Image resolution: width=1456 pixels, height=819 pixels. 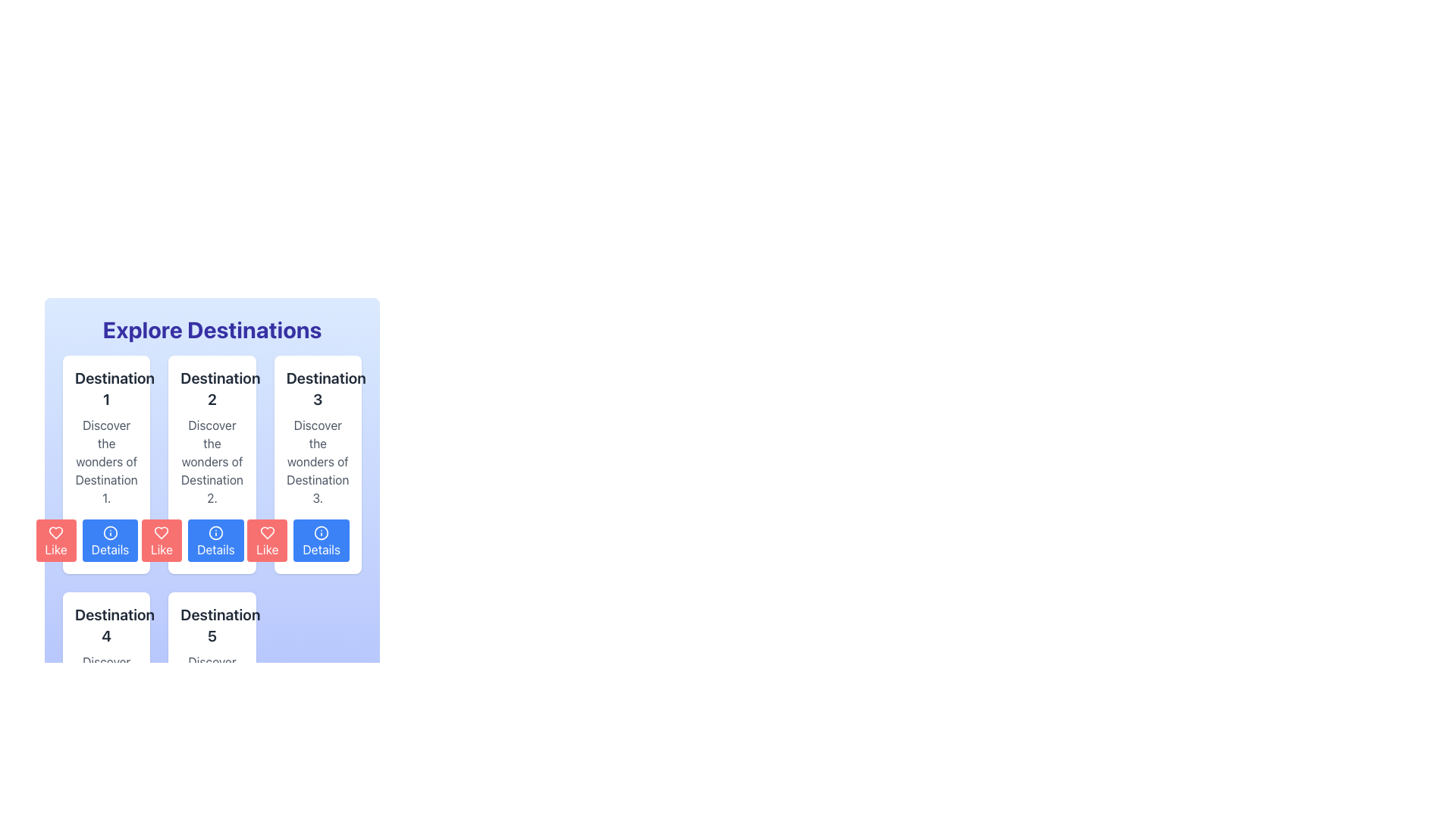 What do you see at coordinates (267, 532) in the screenshot?
I see `the red heart-shaped icon within the button below the card labeled 'Destination 3' to like or favorite the destination` at bounding box center [267, 532].